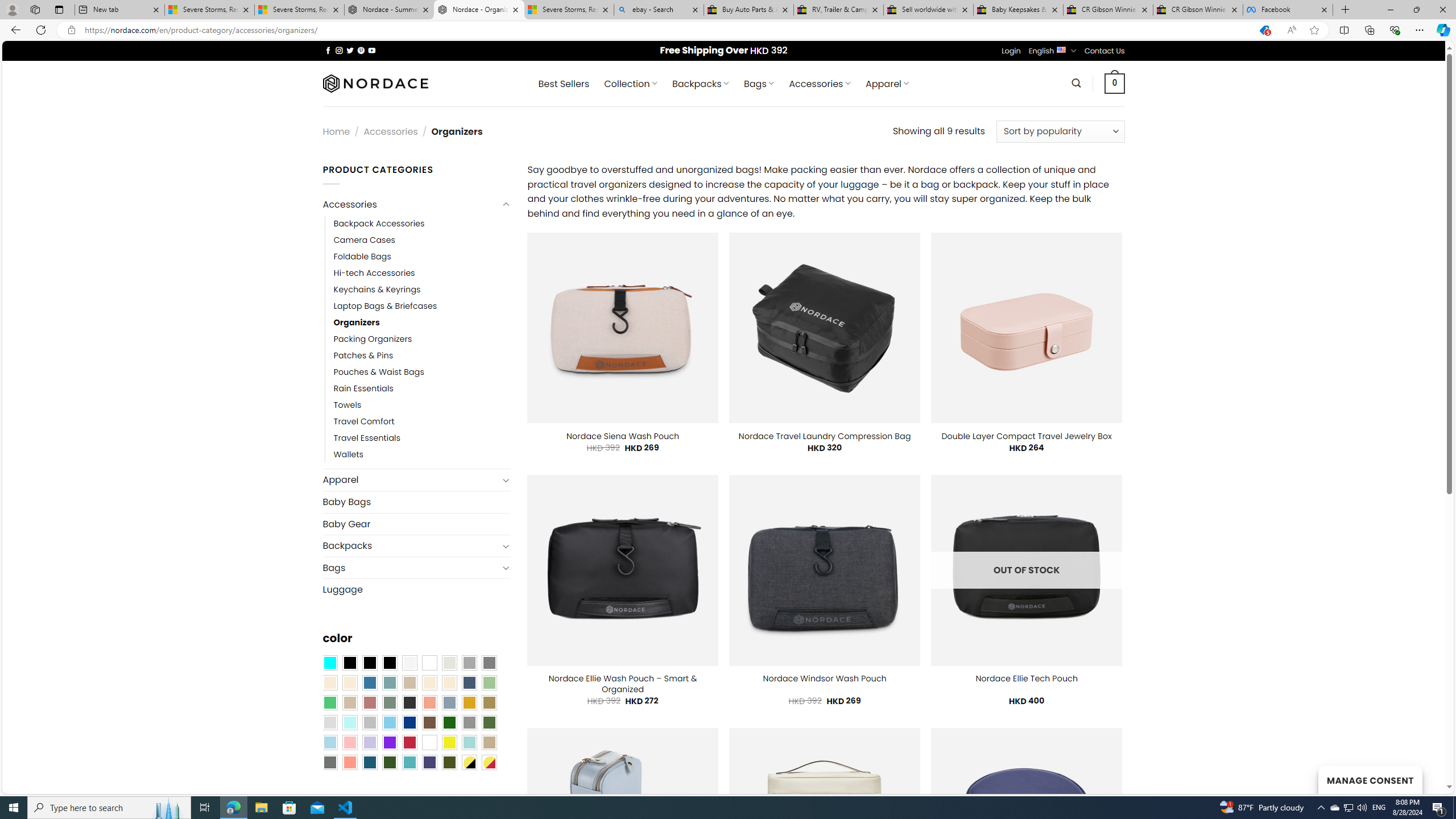 The height and width of the screenshot is (819, 1456). I want to click on 'White', so click(429, 741).